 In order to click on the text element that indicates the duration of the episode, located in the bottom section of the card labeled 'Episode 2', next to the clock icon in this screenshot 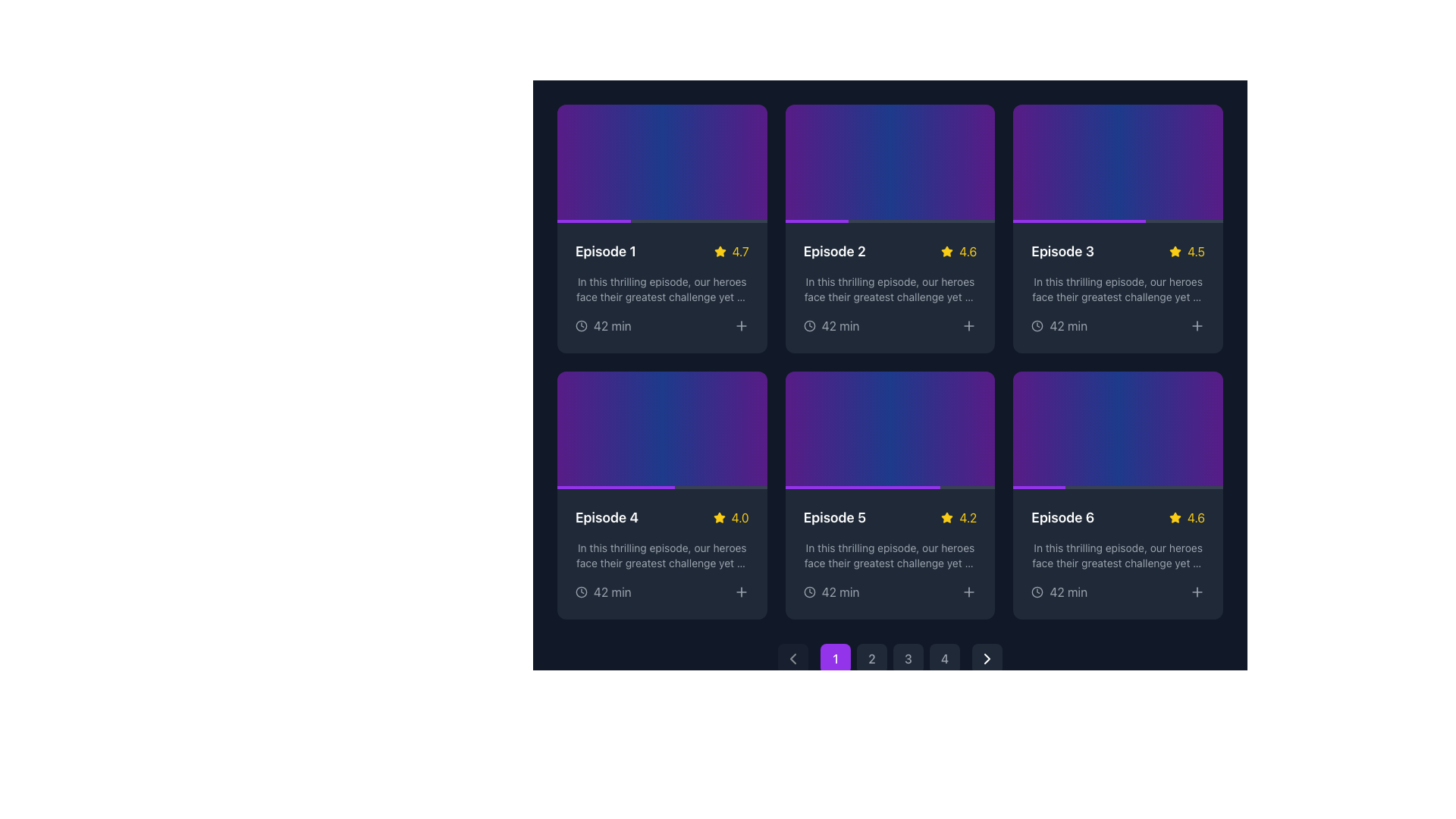, I will do `click(839, 325)`.